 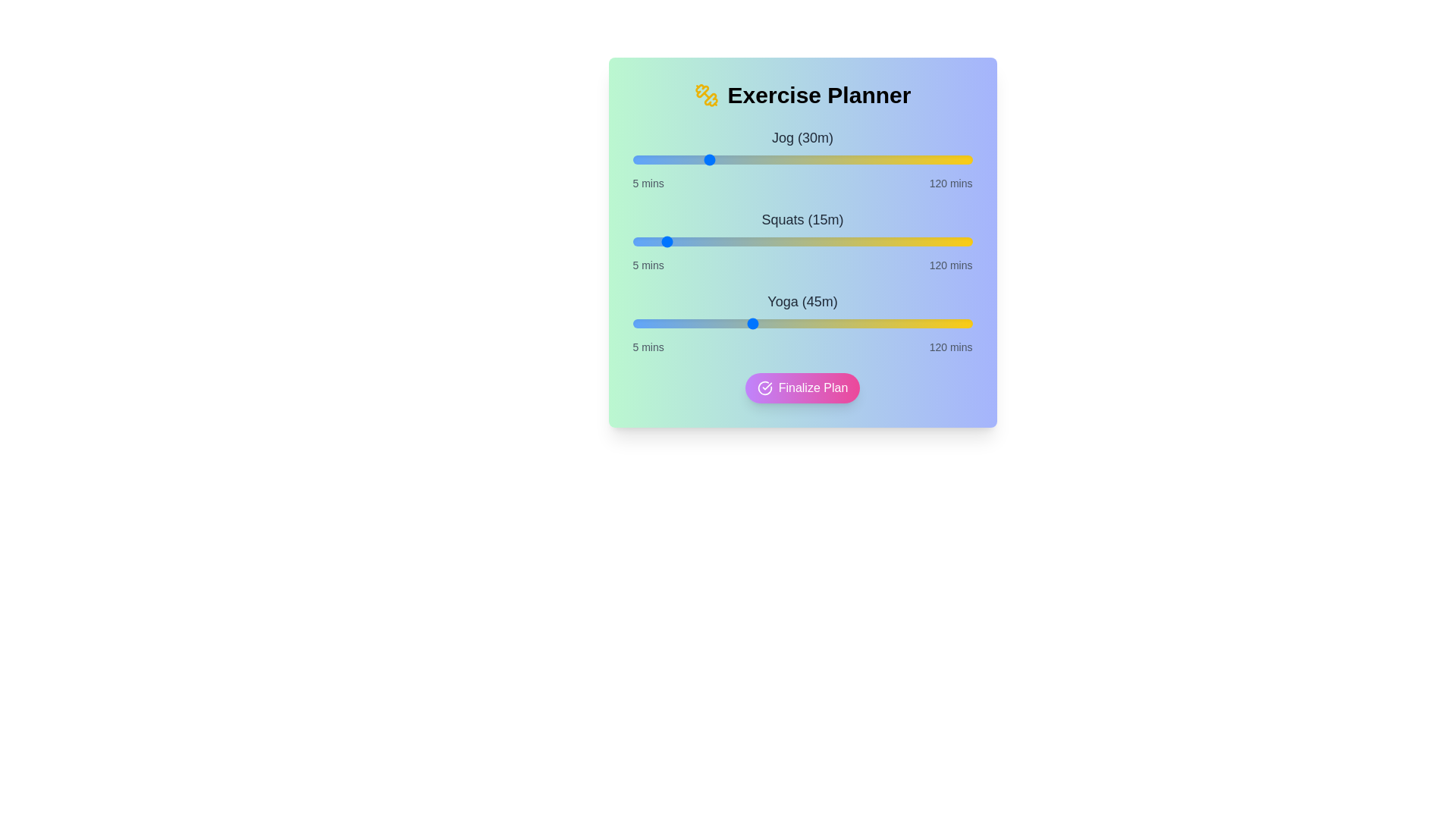 What do you see at coordinates (939, 241) in the screenshot?
I see `the duration of the 1 slider to 109 minutes` at bounding box center [939, 241].